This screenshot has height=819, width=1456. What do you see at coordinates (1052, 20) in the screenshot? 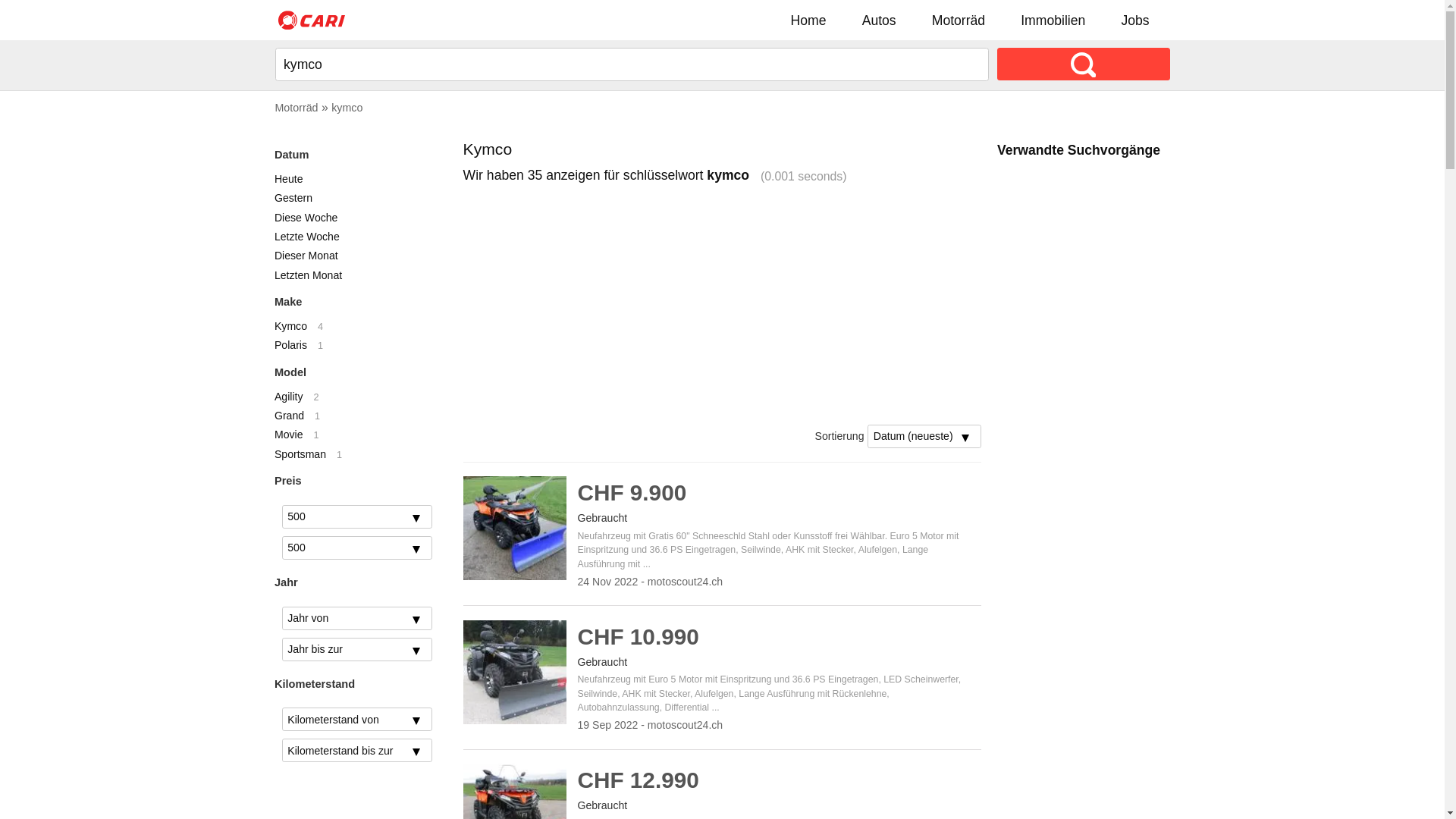
I see `'Immobilien'` at bounding box center [1052, 20].